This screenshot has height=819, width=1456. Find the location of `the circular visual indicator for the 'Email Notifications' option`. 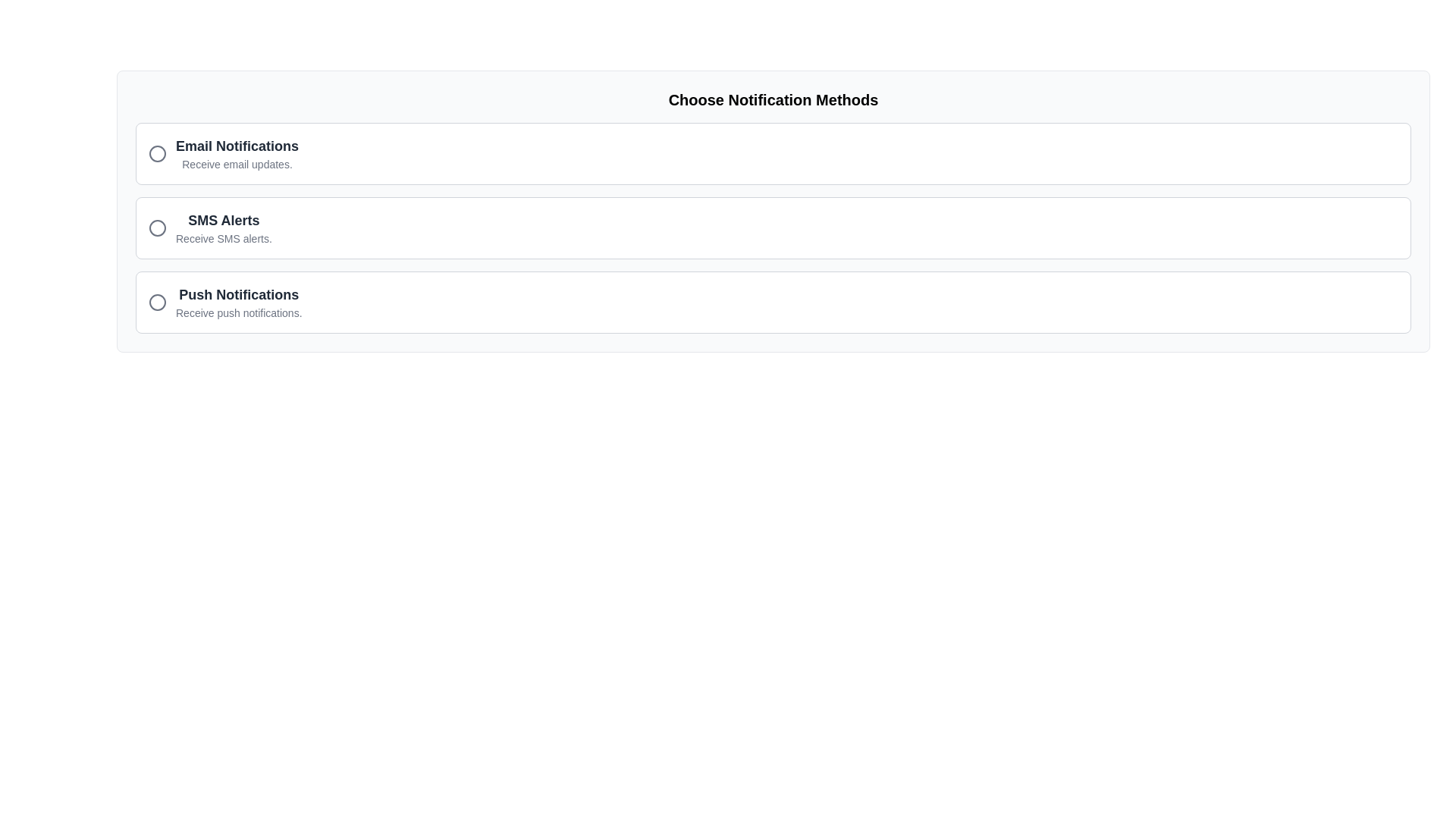

the circular visual indicator for the 'Email Notifications' option is located at coordinates (157, 154).